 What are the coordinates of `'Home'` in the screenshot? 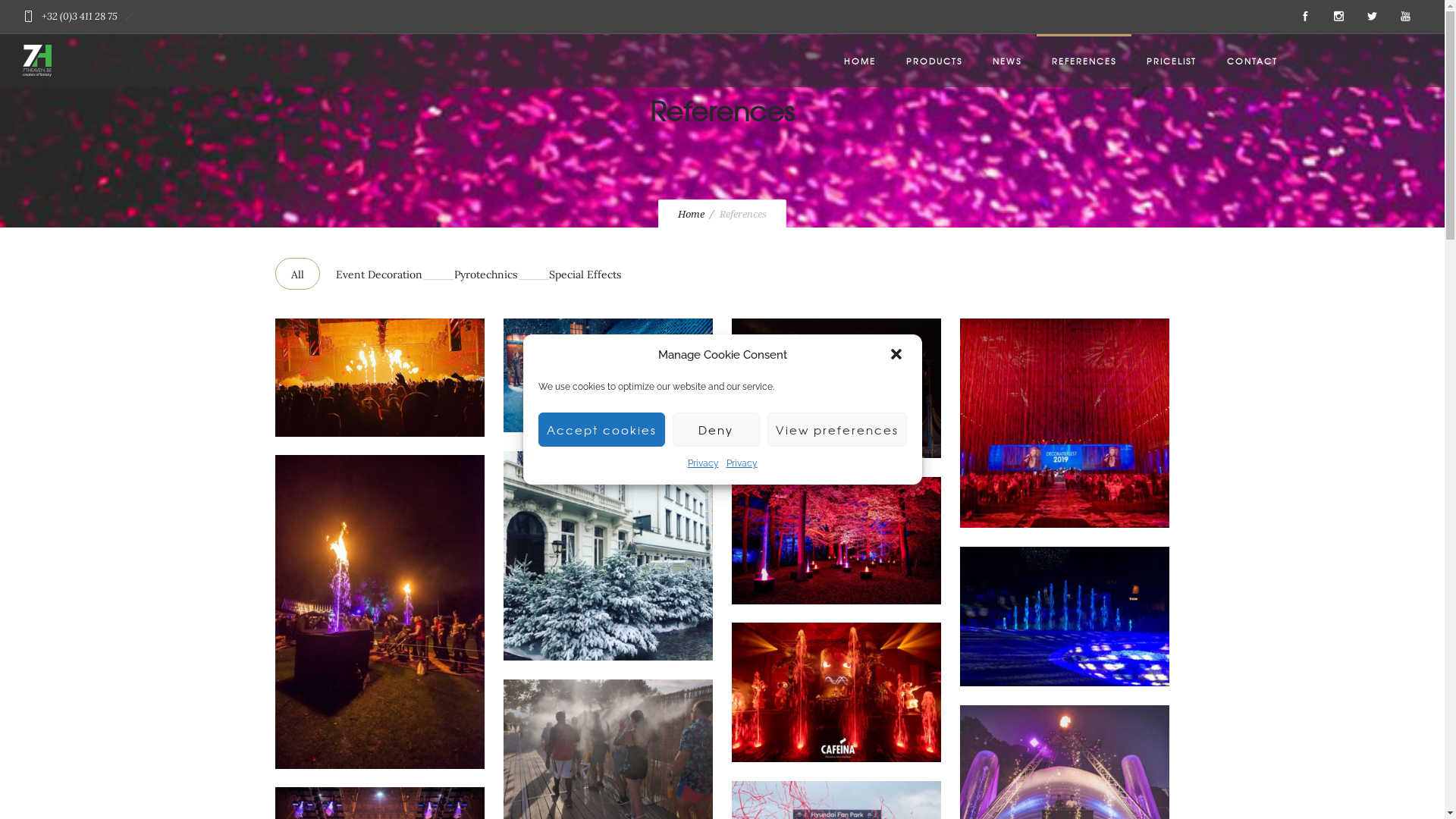 It's located at (690, 214).